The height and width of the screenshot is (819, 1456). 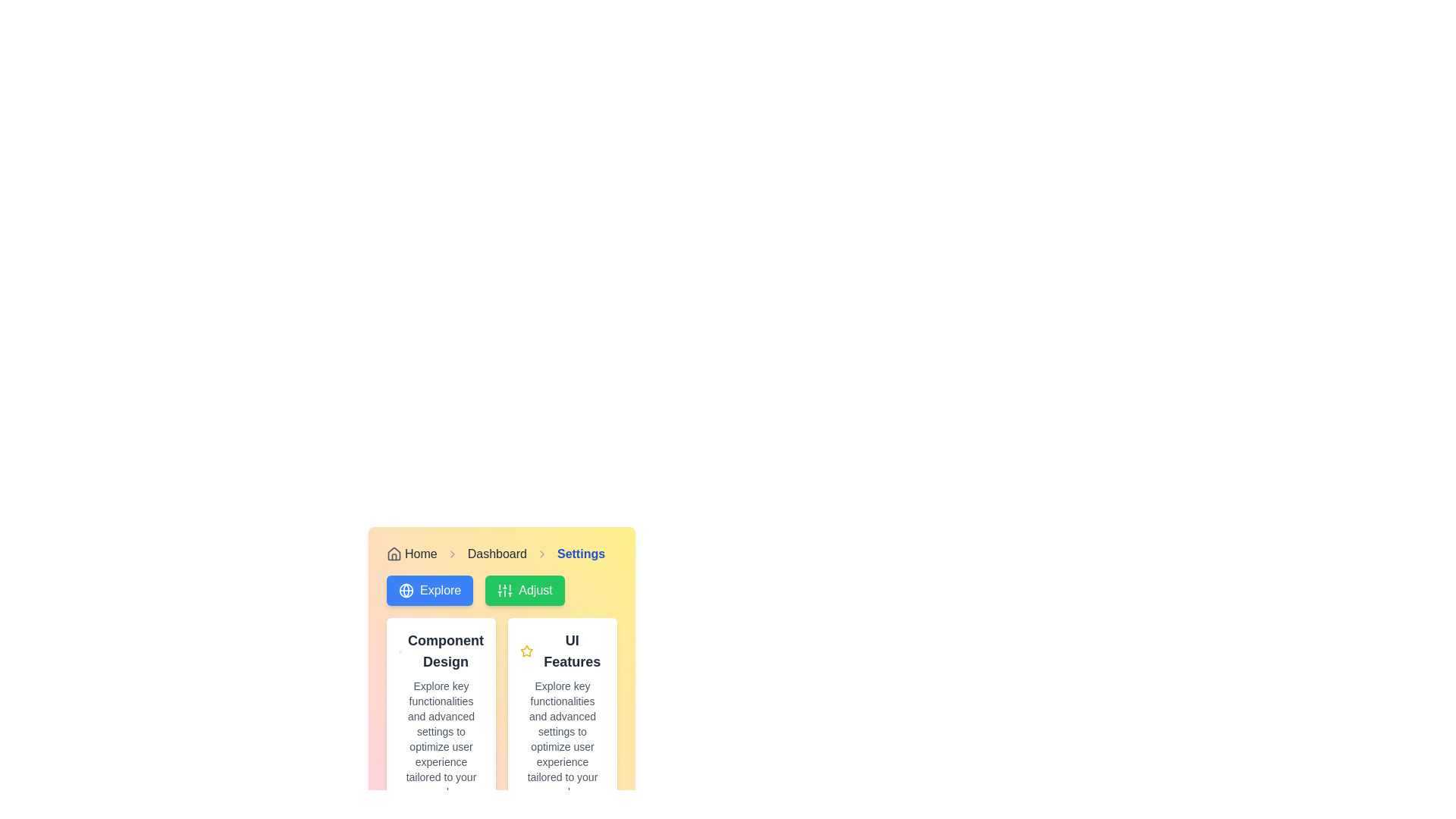 I want to click on the informational text styled in muted gray color, located below the 'UI Features' header and above the 'Learn More' button, so click(x=562, y=739).